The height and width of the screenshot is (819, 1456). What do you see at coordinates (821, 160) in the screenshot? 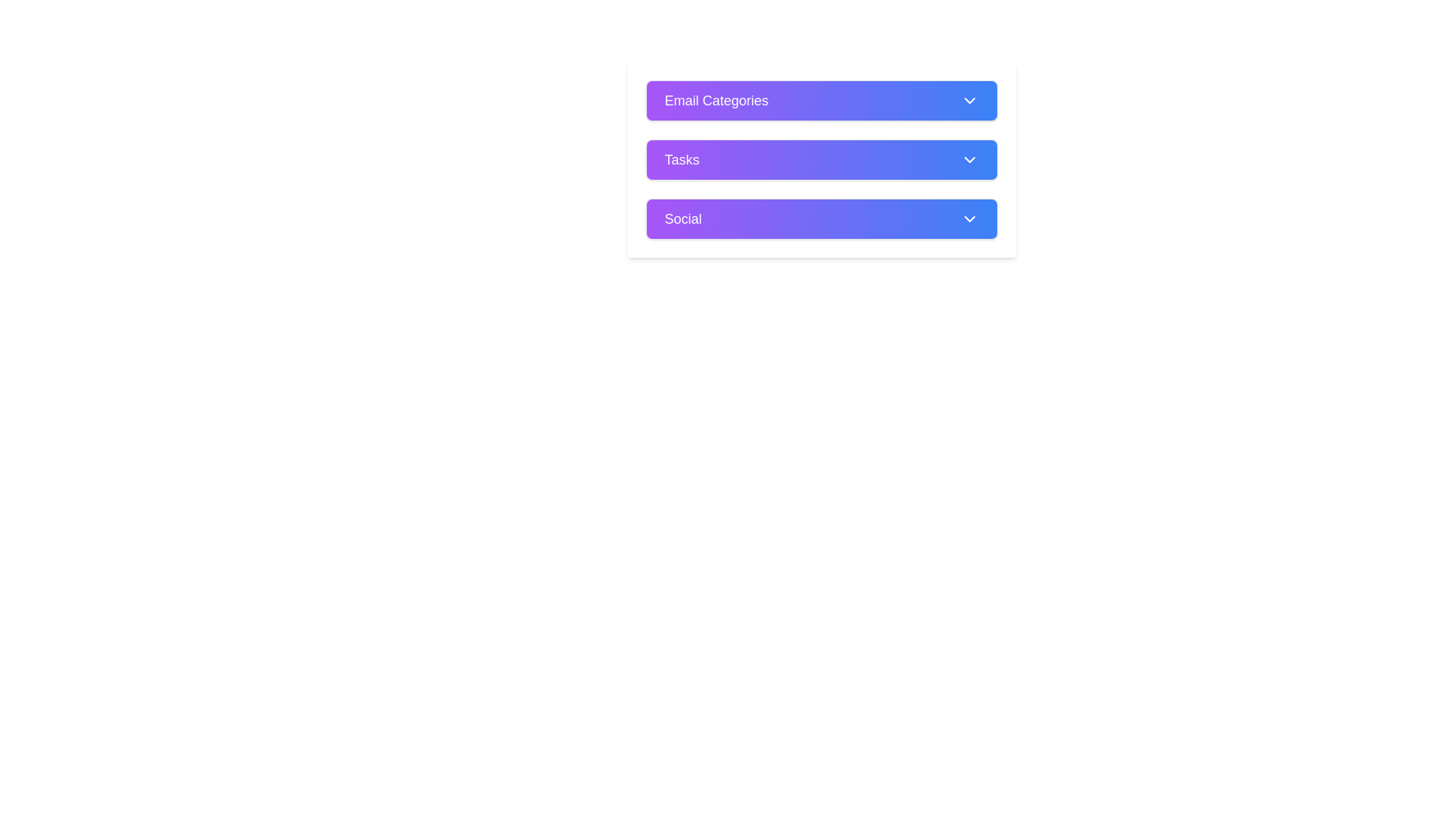
I see `the 'Tasks' button, which is the second item in a vertical list of buttons` at bounding box center [821, 160].